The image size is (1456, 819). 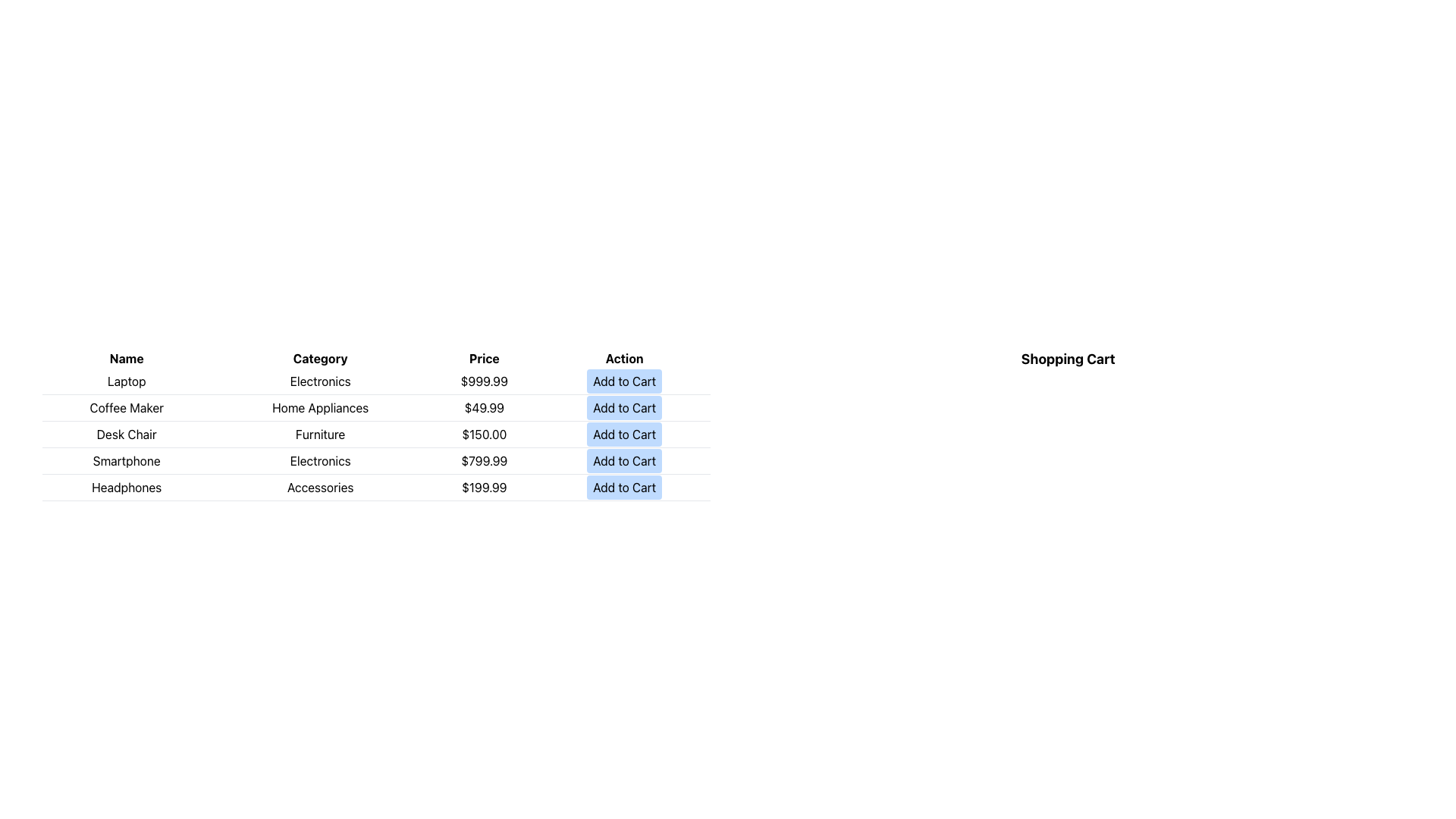 I want to click on the 'Add to Cart' button, which is a rectangular button with a light blue background and rounded corners, located in the action column of the 'Smartphone' row, so click(x=624, y=460).